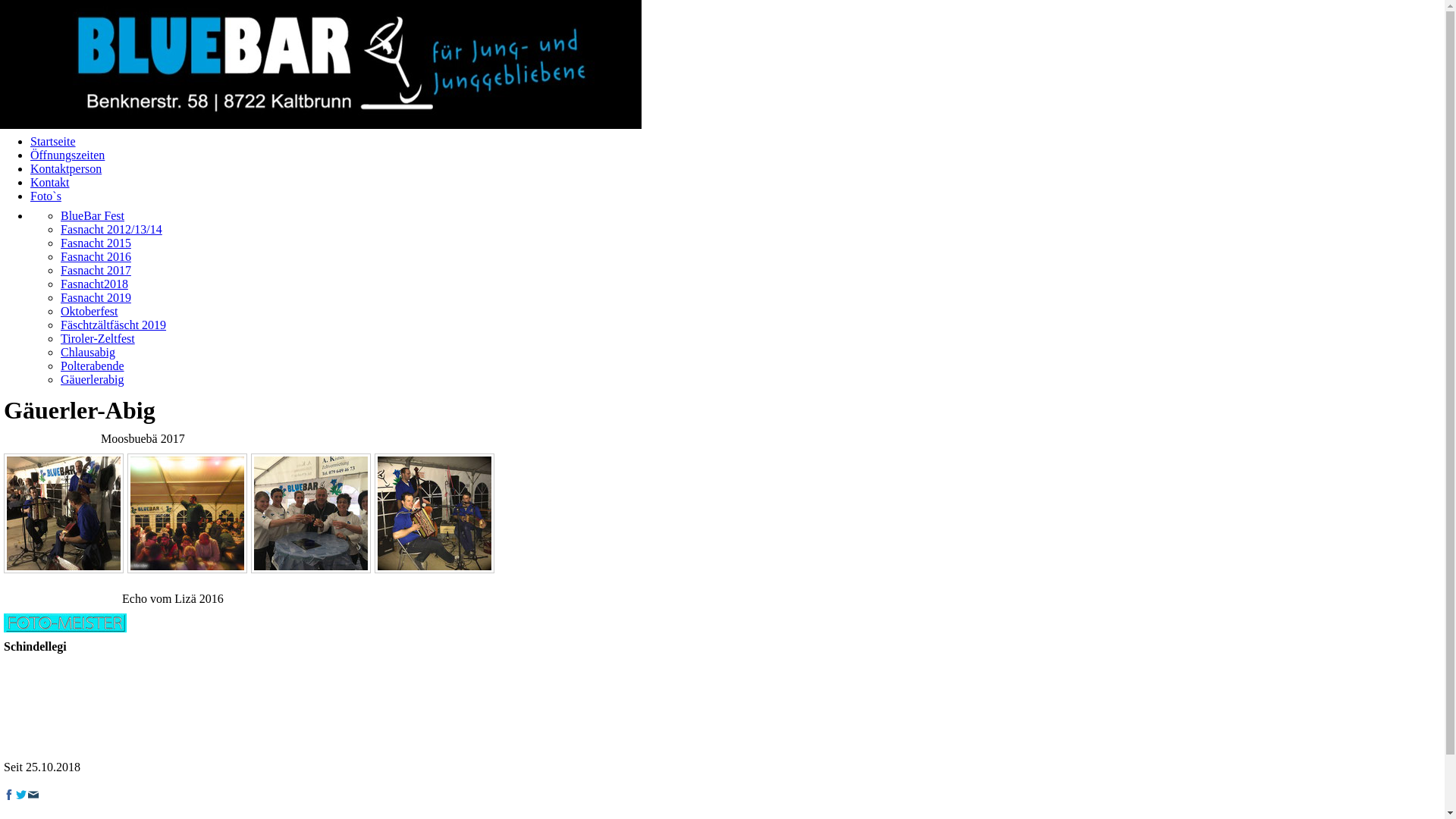  What do you see at coordinates (86, 352) in the screenshot?
I see `'Chlausabig'` at bounding box center [86, 352].